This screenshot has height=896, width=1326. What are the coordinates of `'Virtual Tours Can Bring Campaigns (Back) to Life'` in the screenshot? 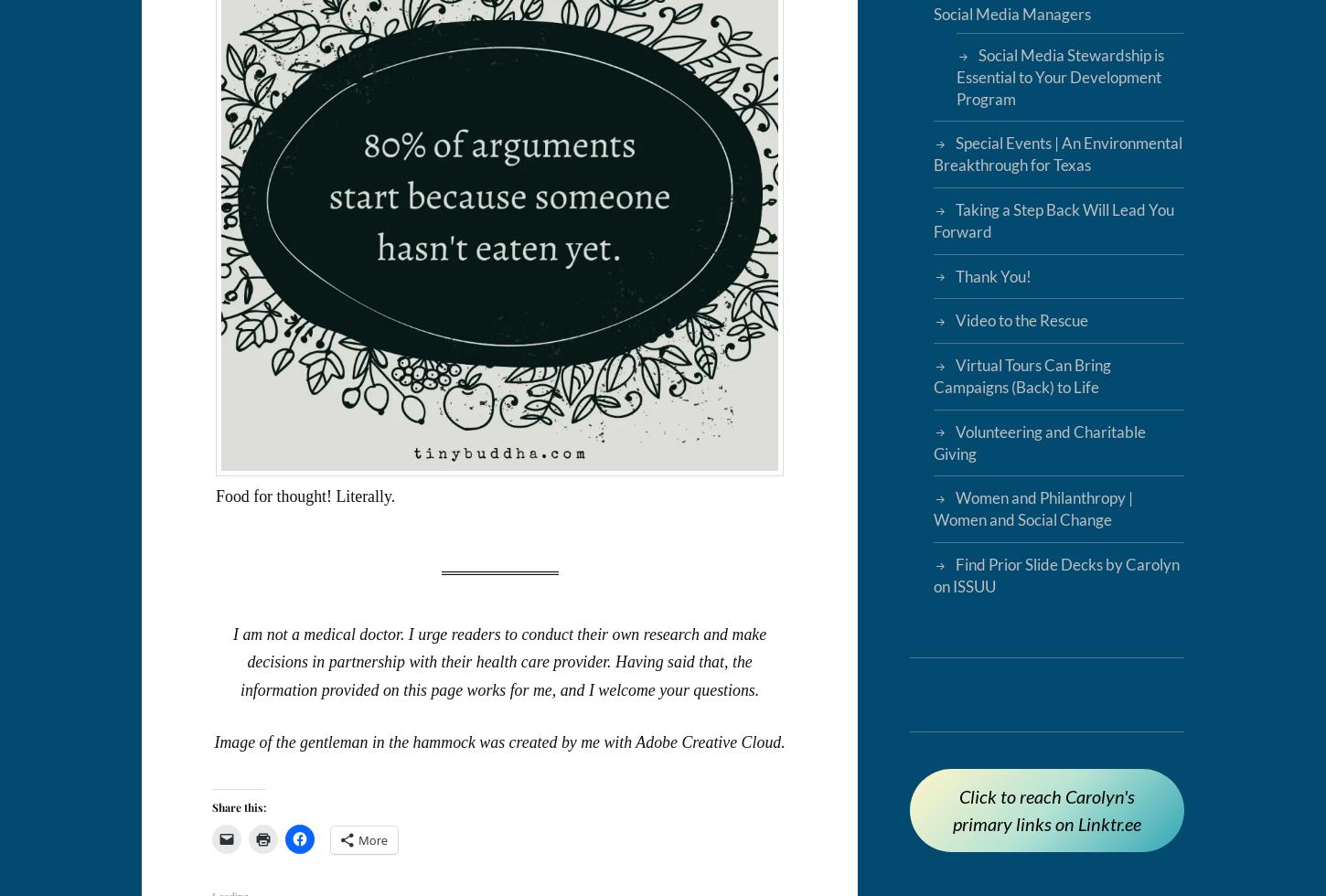 It's located at (1020, 376).